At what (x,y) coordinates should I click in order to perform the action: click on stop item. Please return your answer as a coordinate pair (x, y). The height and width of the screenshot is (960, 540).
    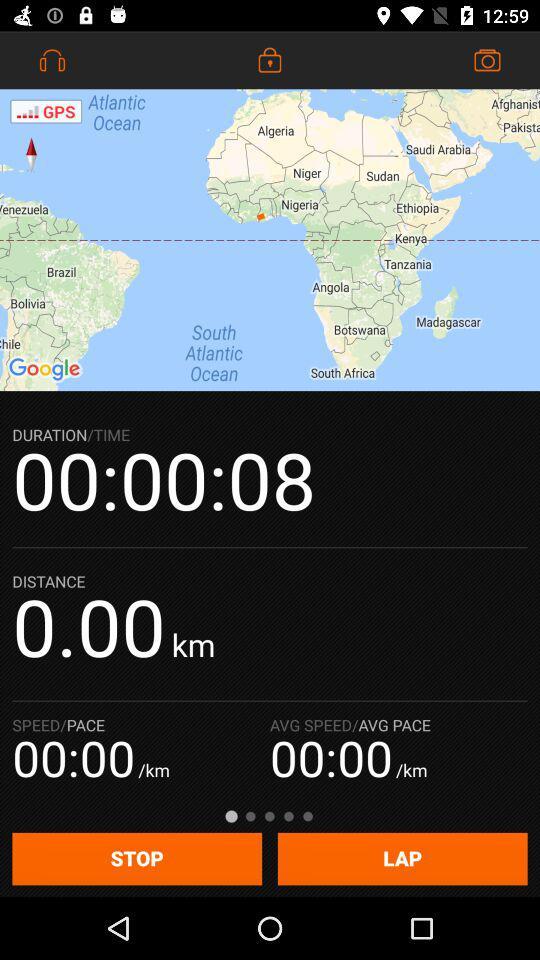
    Looking at the image, I should click on (136, 858).